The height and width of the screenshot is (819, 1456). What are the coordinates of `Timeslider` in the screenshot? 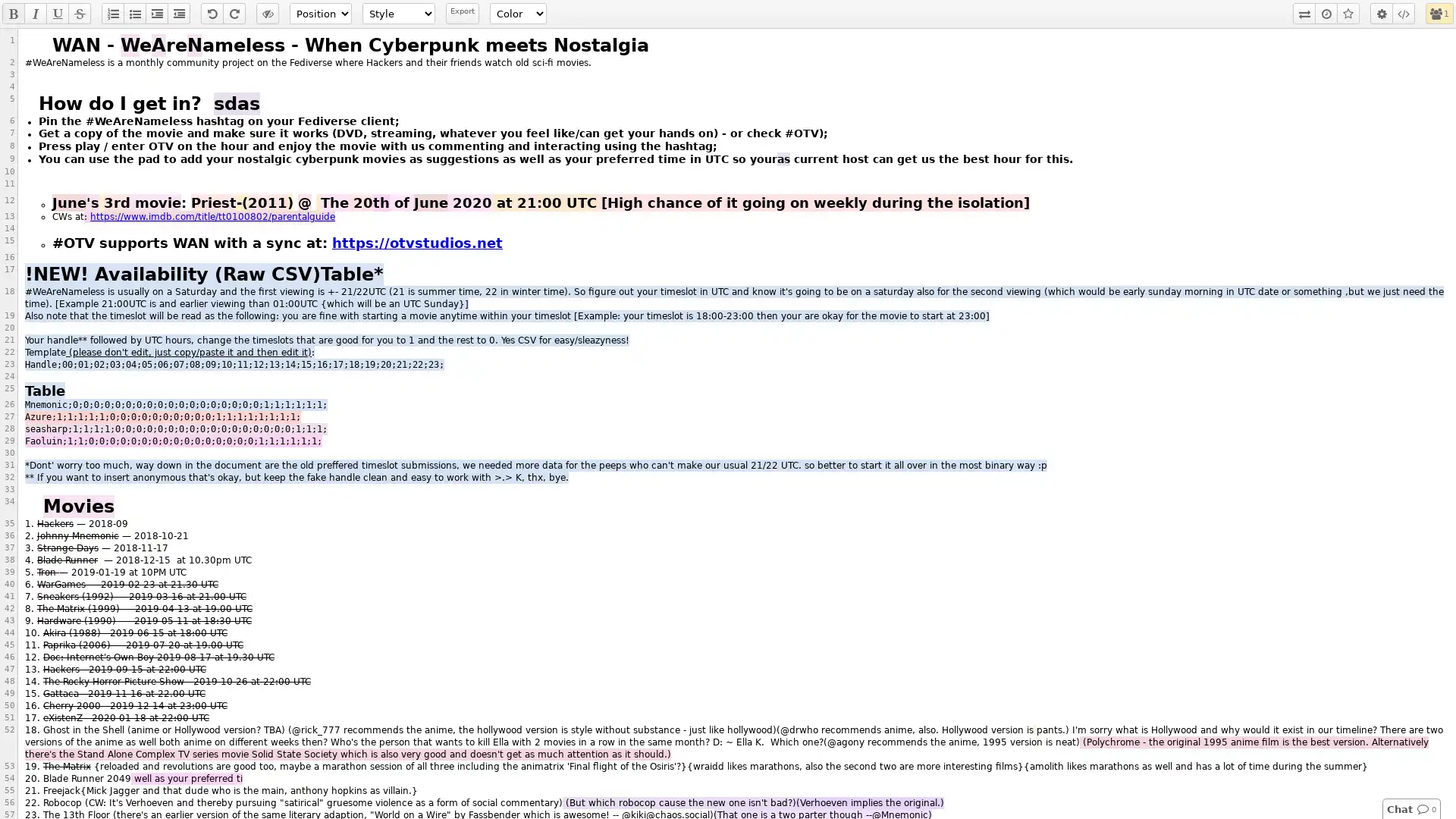 It's located at (1325, 14).